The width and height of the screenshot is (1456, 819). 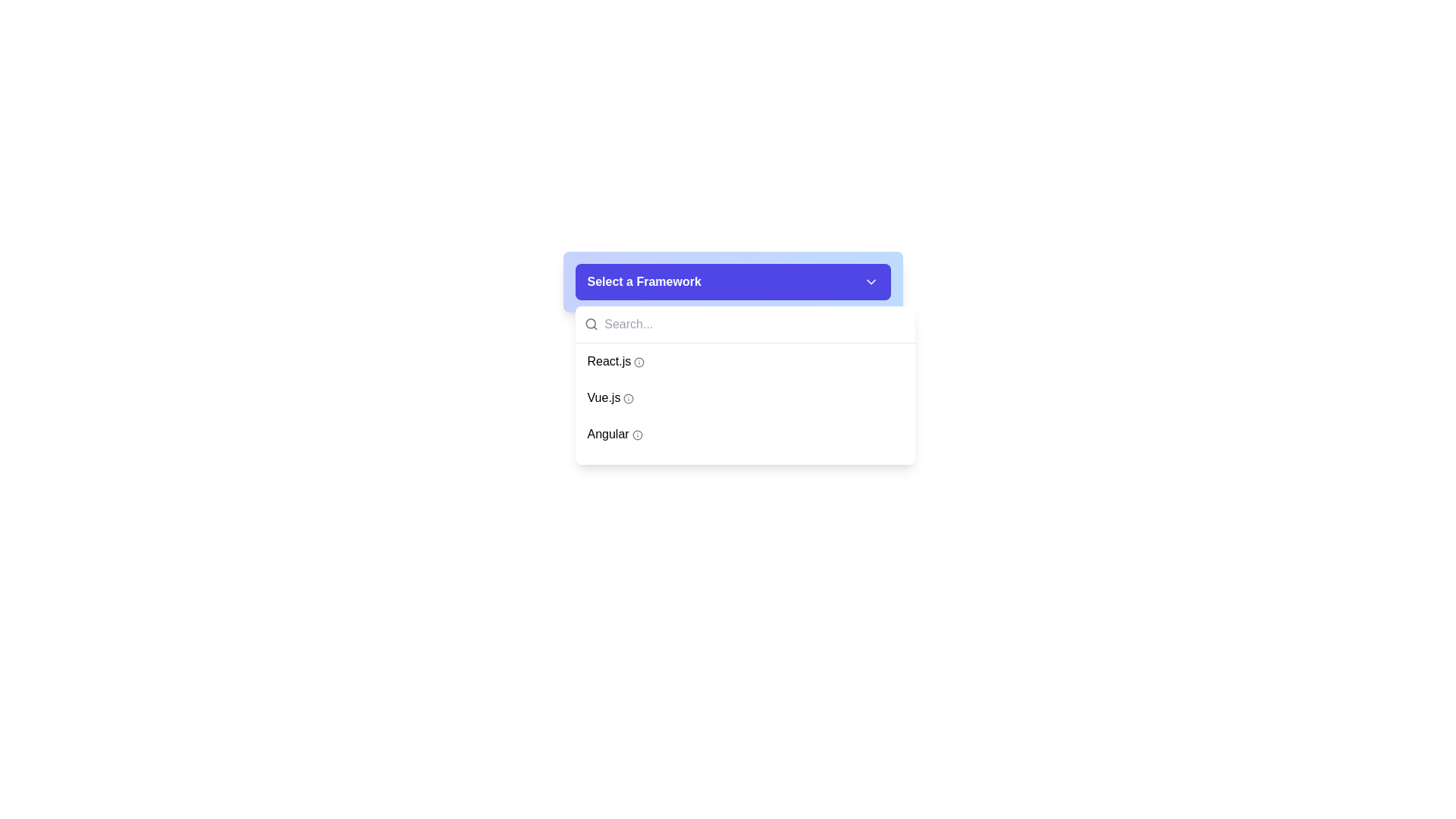 What do you see at coordinates (637, 435) in the screenshot?
I see `the Icon next to the 'Angular' text in the dropdown menu that indicates additional information or status about the 'Angular' framework` at bounding box center [637, 435].